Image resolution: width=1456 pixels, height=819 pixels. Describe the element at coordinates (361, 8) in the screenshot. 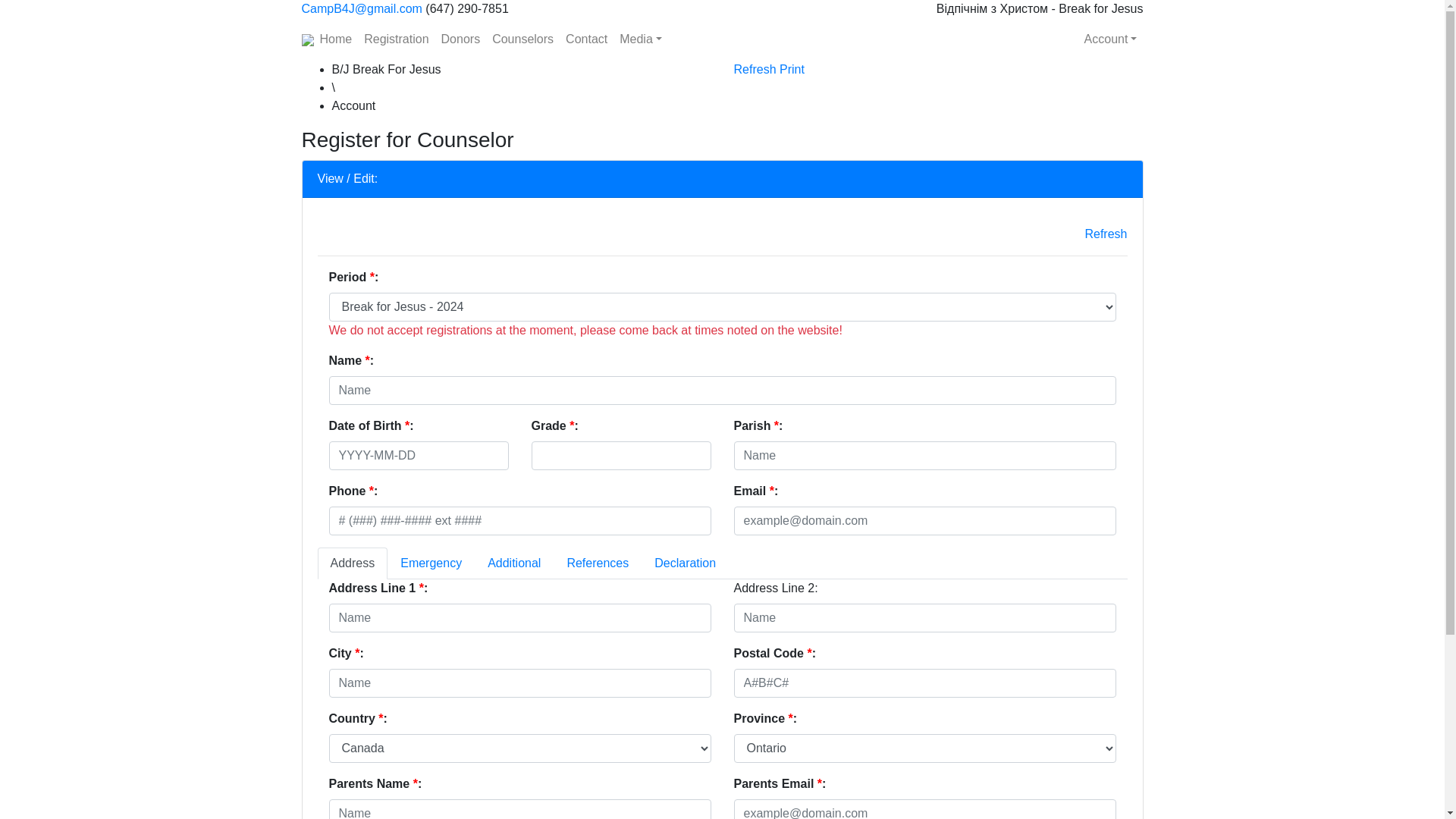

I see `'CampB4J@gmail.com'` at that location.